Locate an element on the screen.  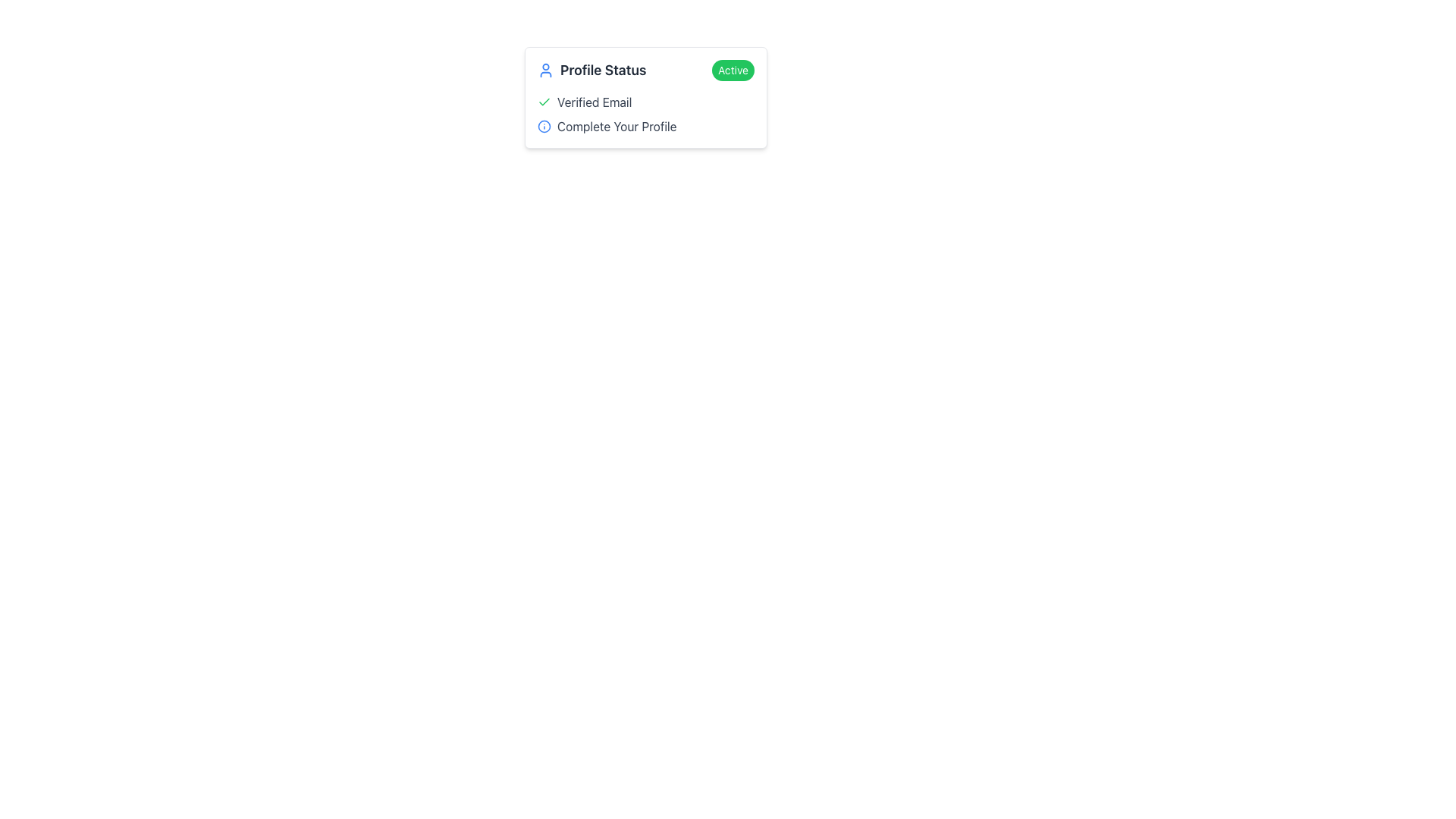
the informational icon next to the 'Complete Your Profile' label for more details is located at coordinates (645, 125).